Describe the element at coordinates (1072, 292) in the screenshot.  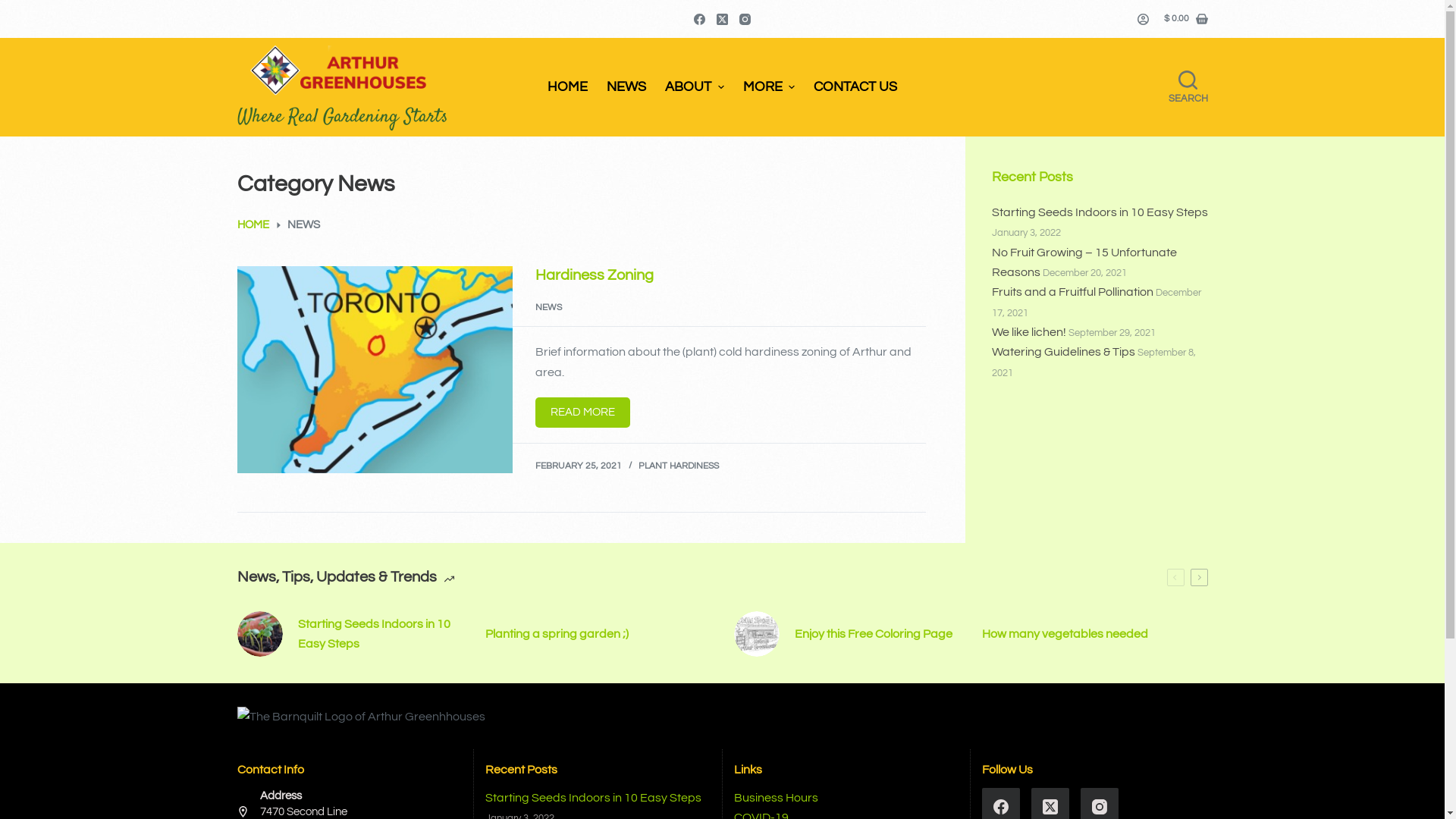
I see `'Fruits and a Fruitful Pollination'` at that location.